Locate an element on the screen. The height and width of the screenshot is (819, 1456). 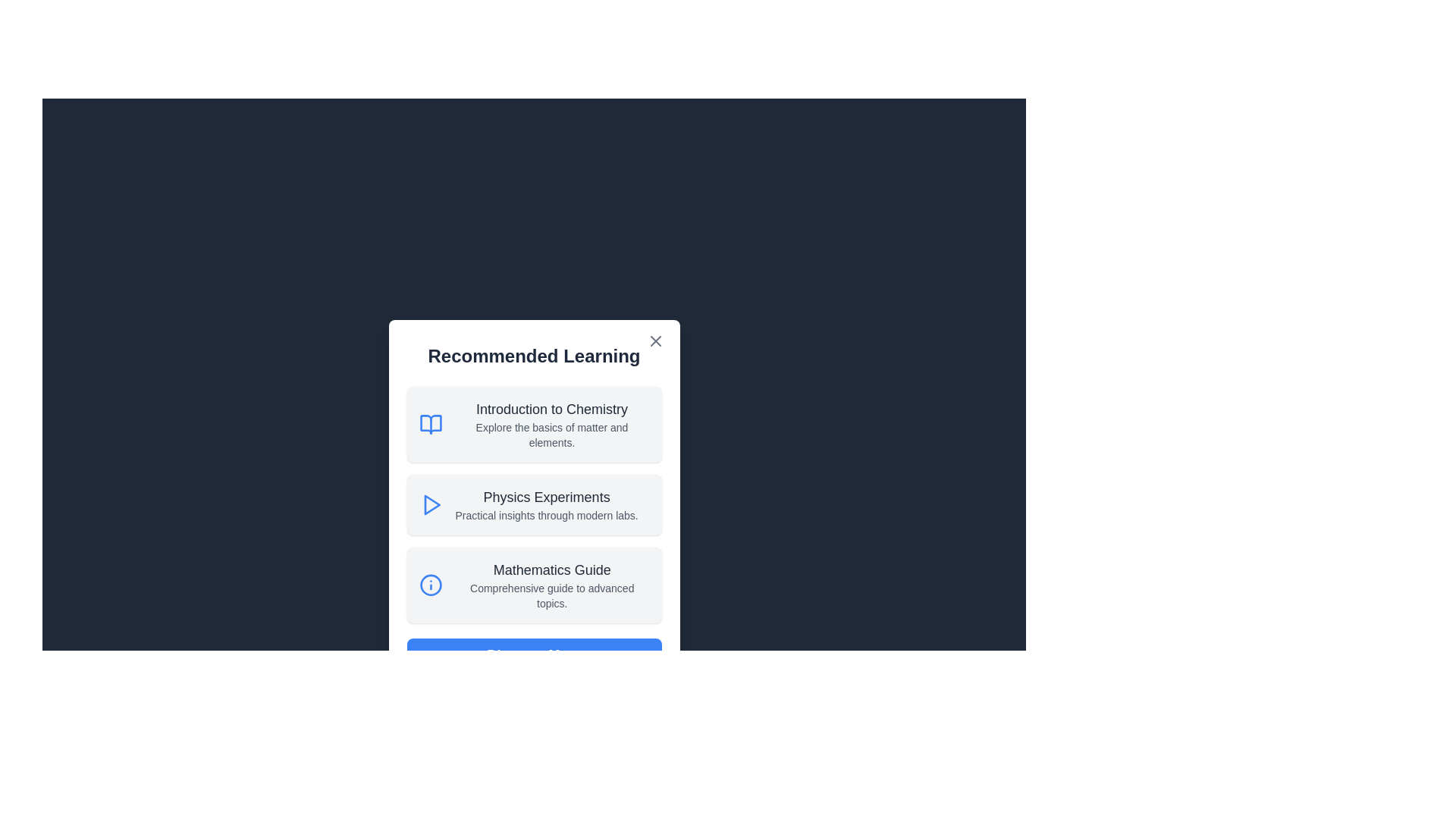
the Decorative Circle within the SVG icon for the 'Mathematics Guide' in the 'Recommended Learning' section is located at coordinates (430, 584).